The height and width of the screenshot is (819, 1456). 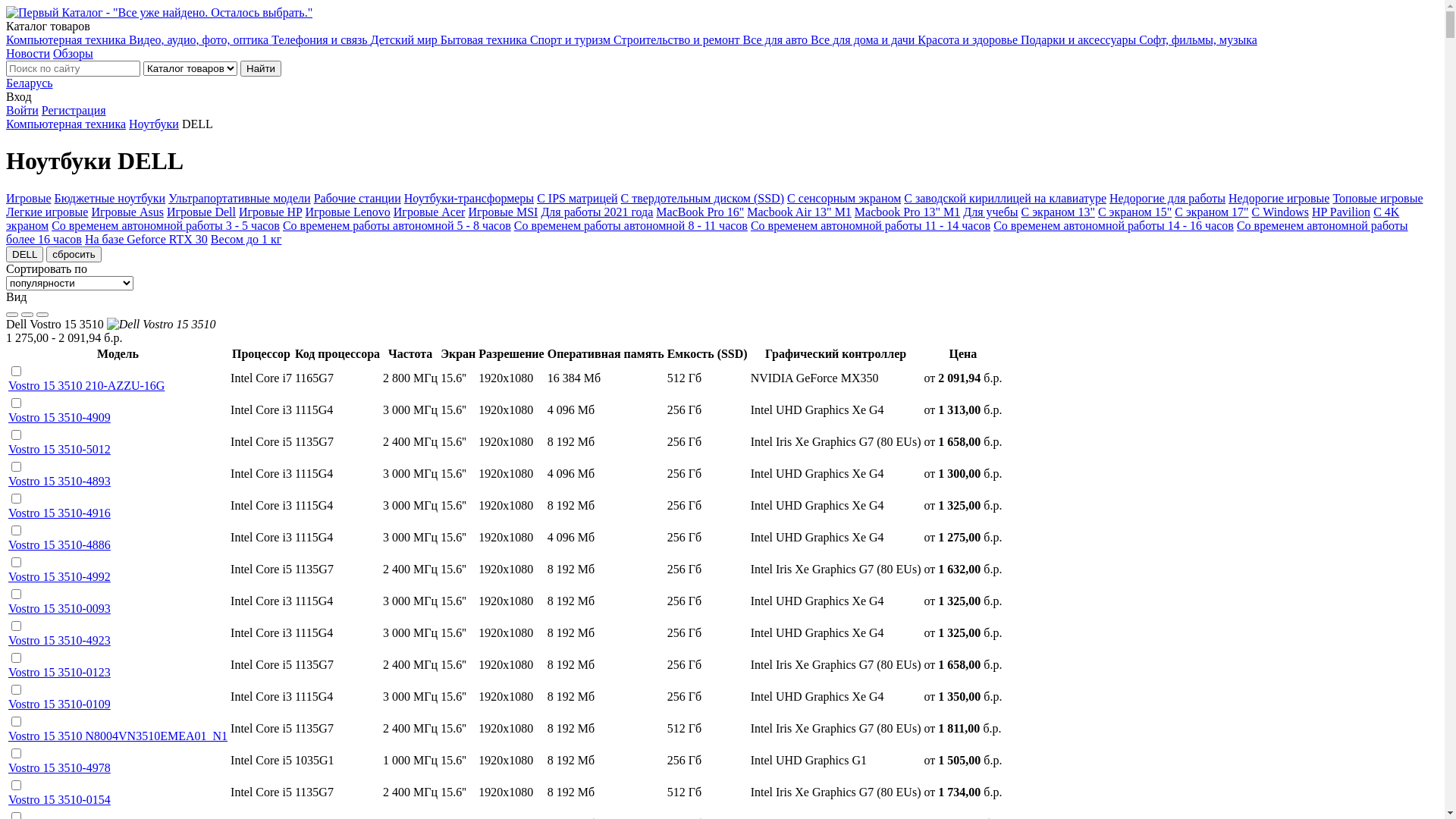 What do you see at coordinates (655, 212) in the screenshot?
I see `'MacBook Pro 16"'` at bounding box center [655, 212].